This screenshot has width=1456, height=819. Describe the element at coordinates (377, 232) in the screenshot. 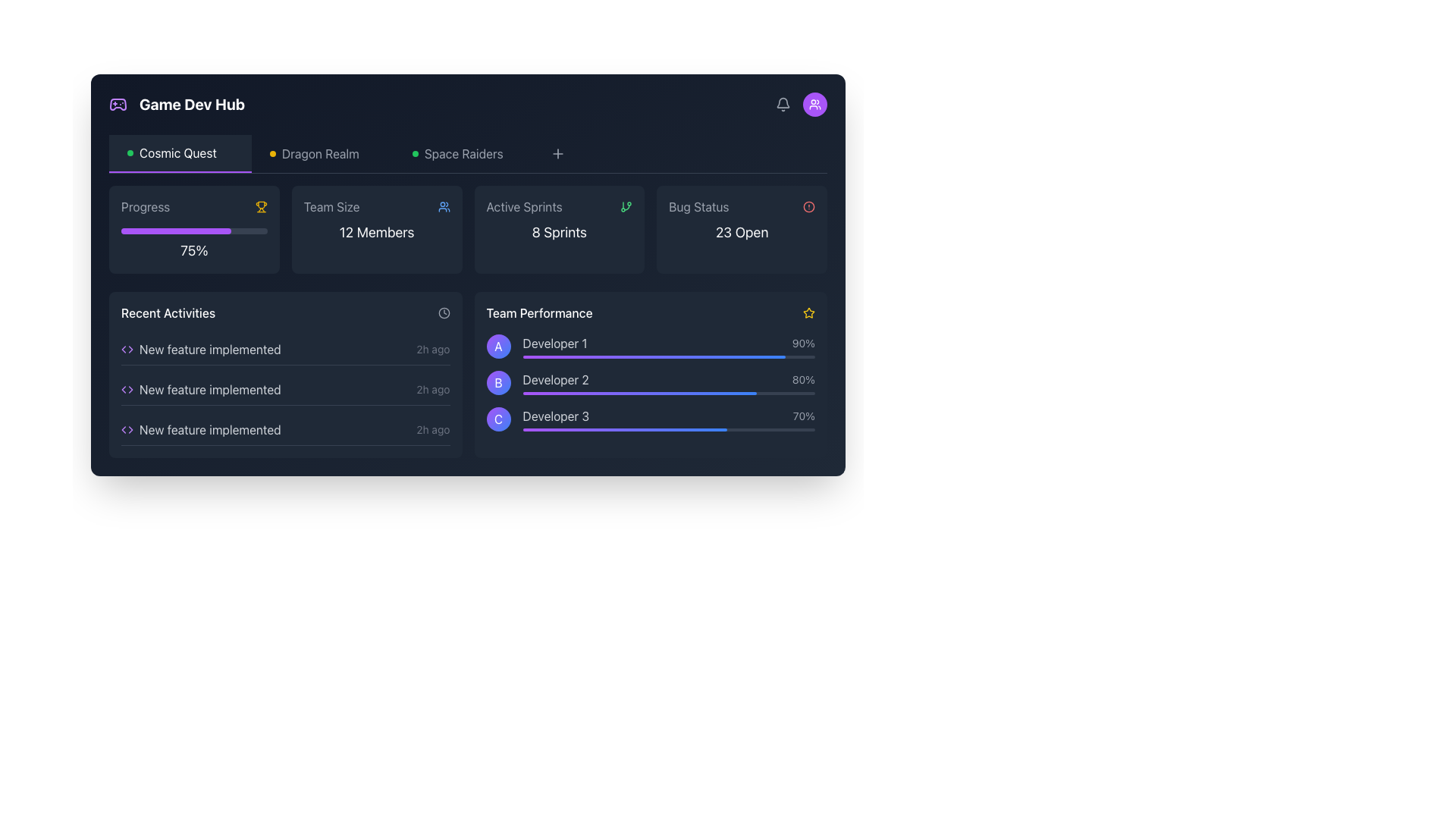

I see `the Text label displaying '12 Members' in large white font, located in the 'Team Size' section at the top horizontal panel` at that location.